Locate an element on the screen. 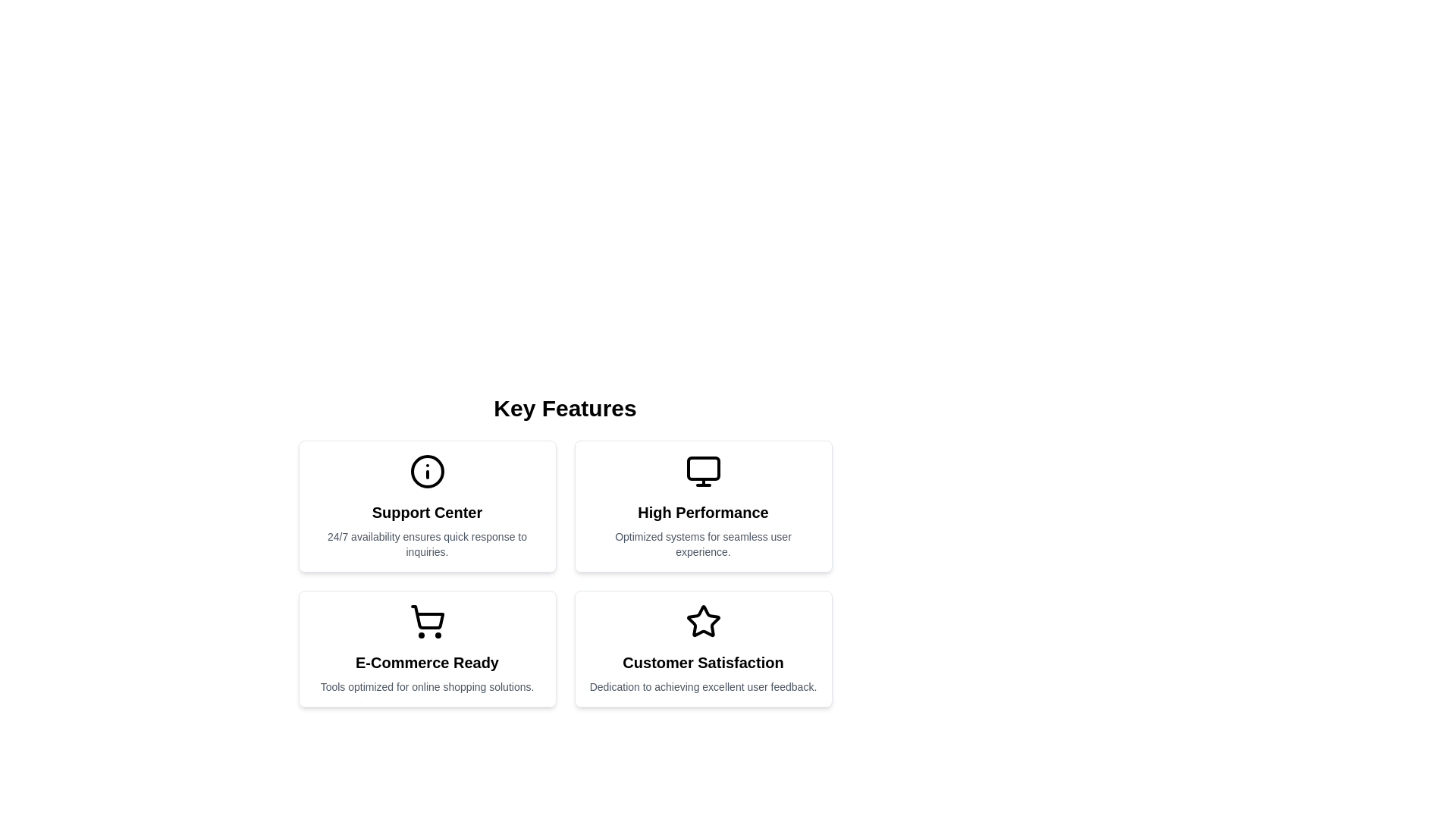 Image resolution: width=1456 pixels, height=819 pixels. the e-commerce shopping icon located at the top of the 'E-Commerce Ready' card is located at coordinates (426, 617).